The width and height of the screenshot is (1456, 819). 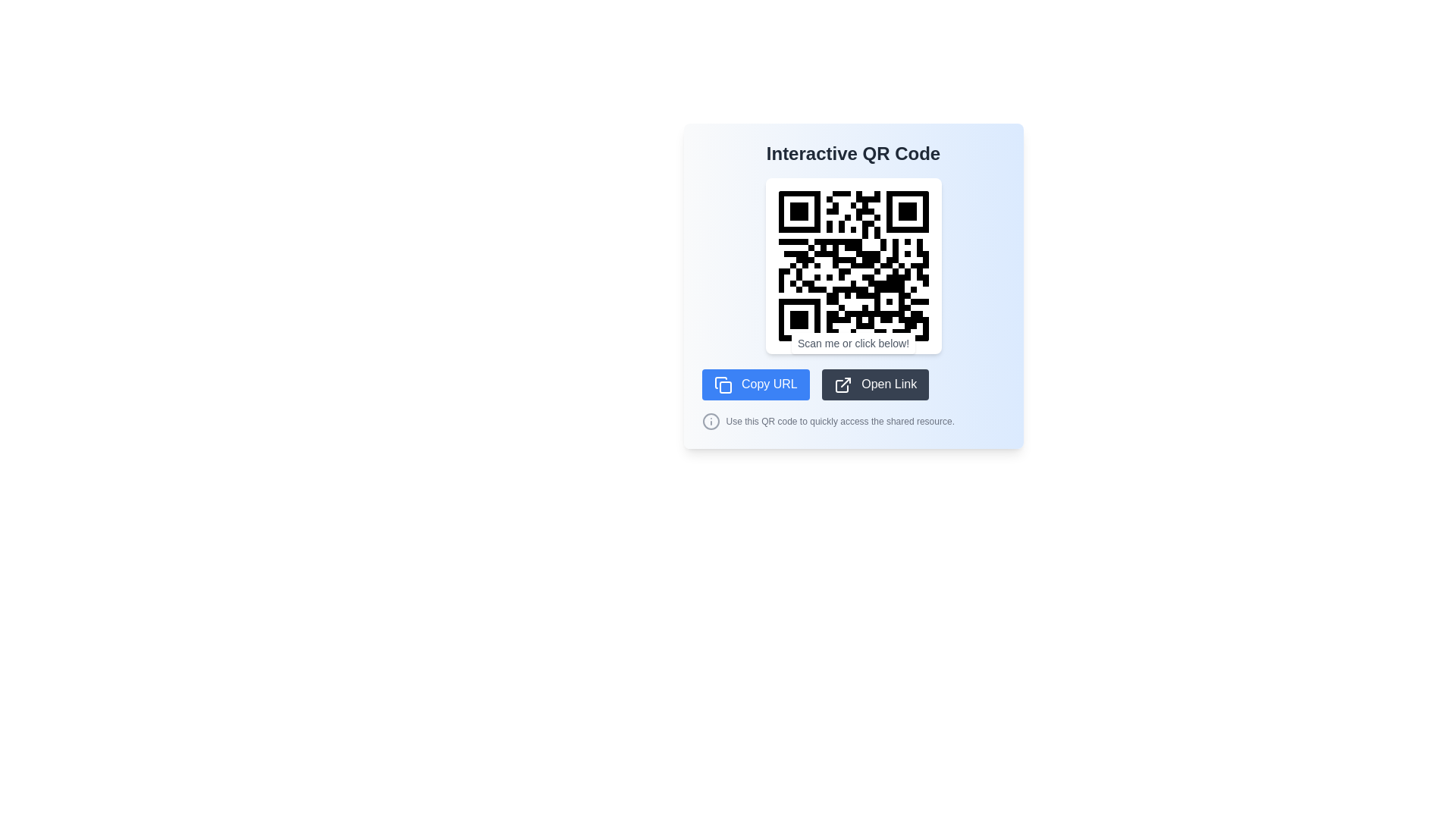 I want to click on the button with a dark gray background next to the 'Copy URL' button, so click(x=853, y=384).